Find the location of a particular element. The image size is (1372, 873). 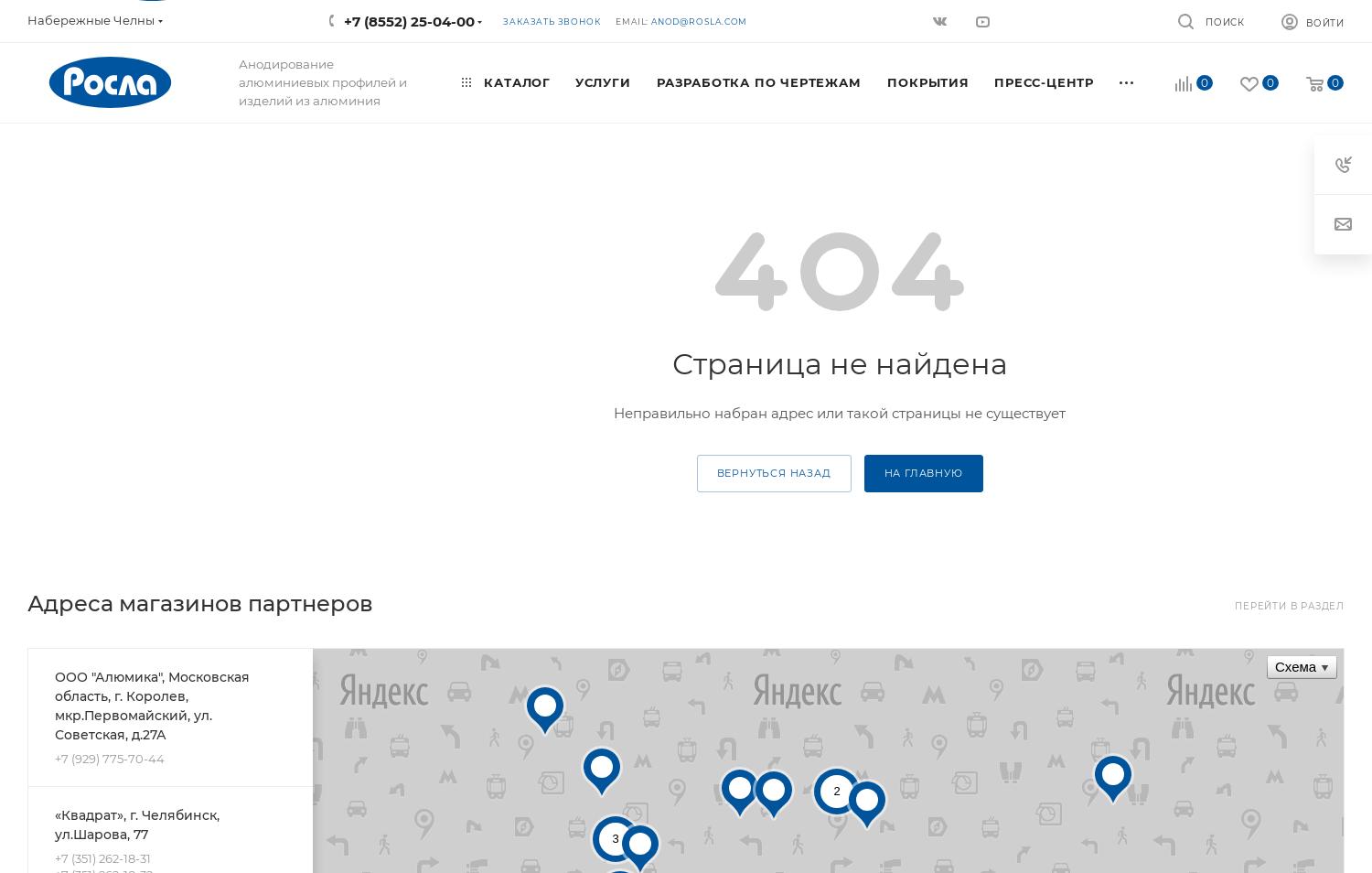

'Системы алюминиевых профилей для изготовления шкафов-купе' is located at coordinates (134, 255).